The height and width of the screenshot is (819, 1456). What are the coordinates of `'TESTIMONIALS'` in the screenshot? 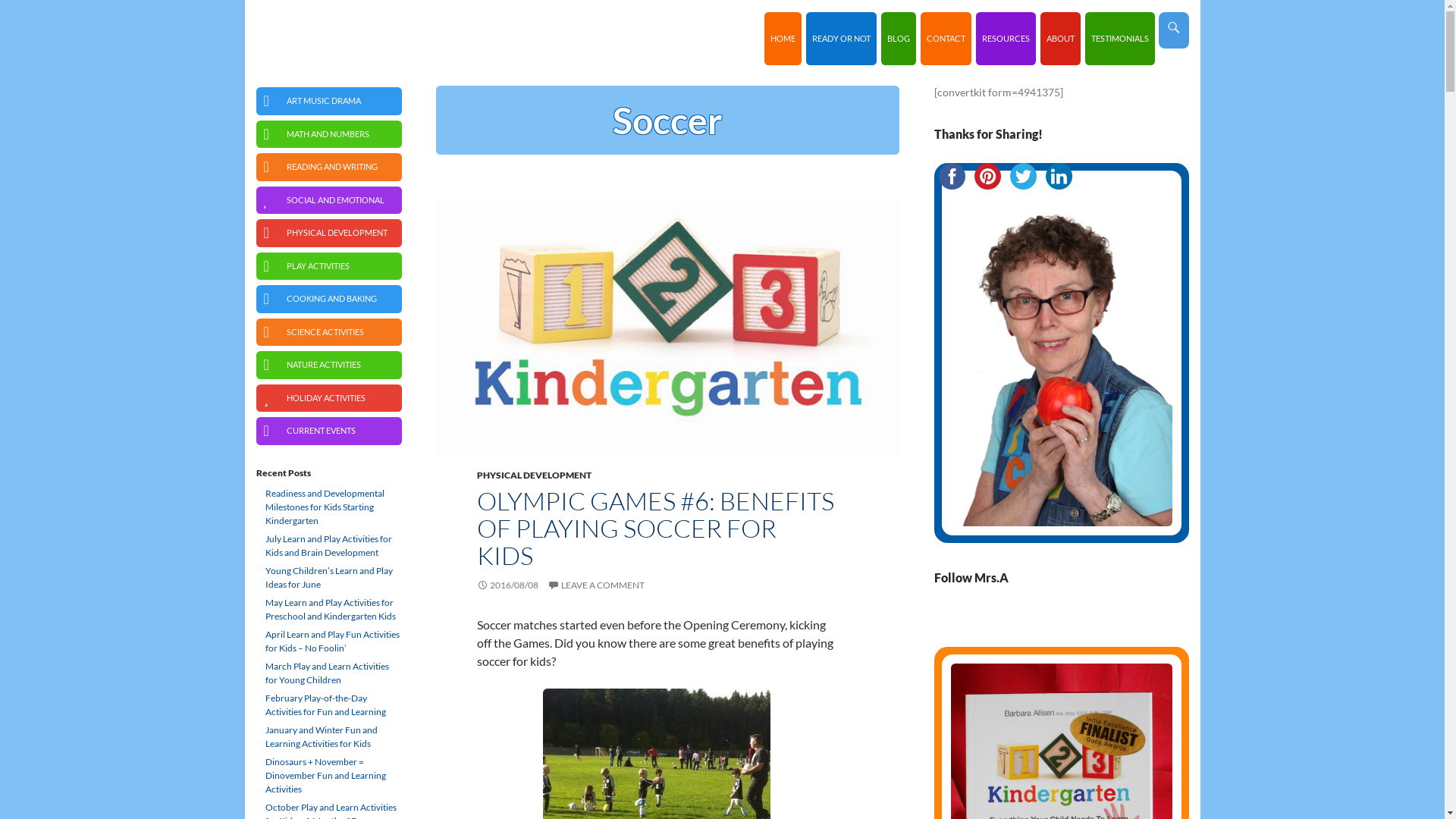 It's located at (1119, 37).